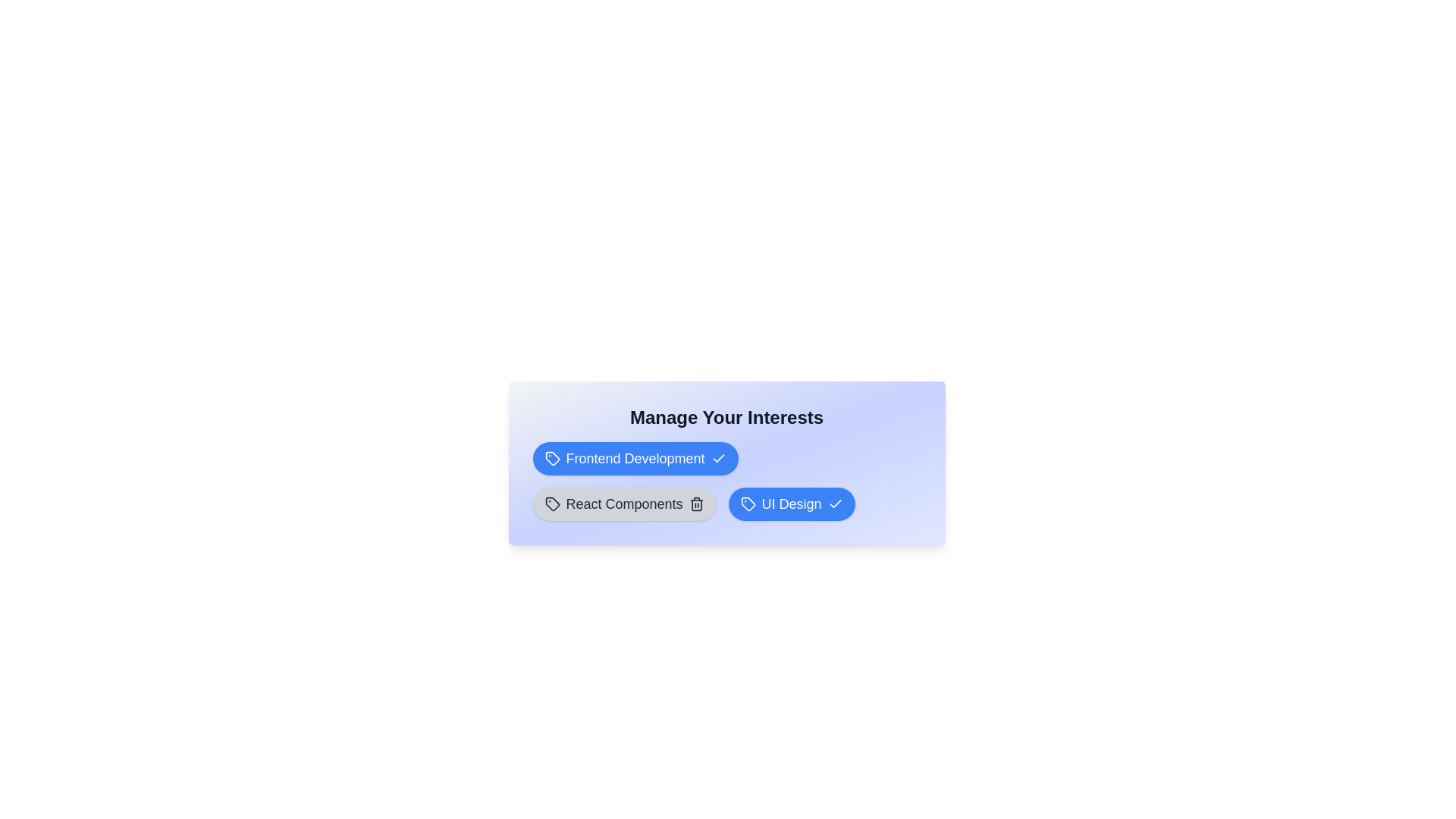 The width and height of the screenshot is (1456, 819). What do you see at coordinates (635, 458) in the screenshot?
I see `the tag labeled 'Frontend Development'` at bounding box center [635, 458].